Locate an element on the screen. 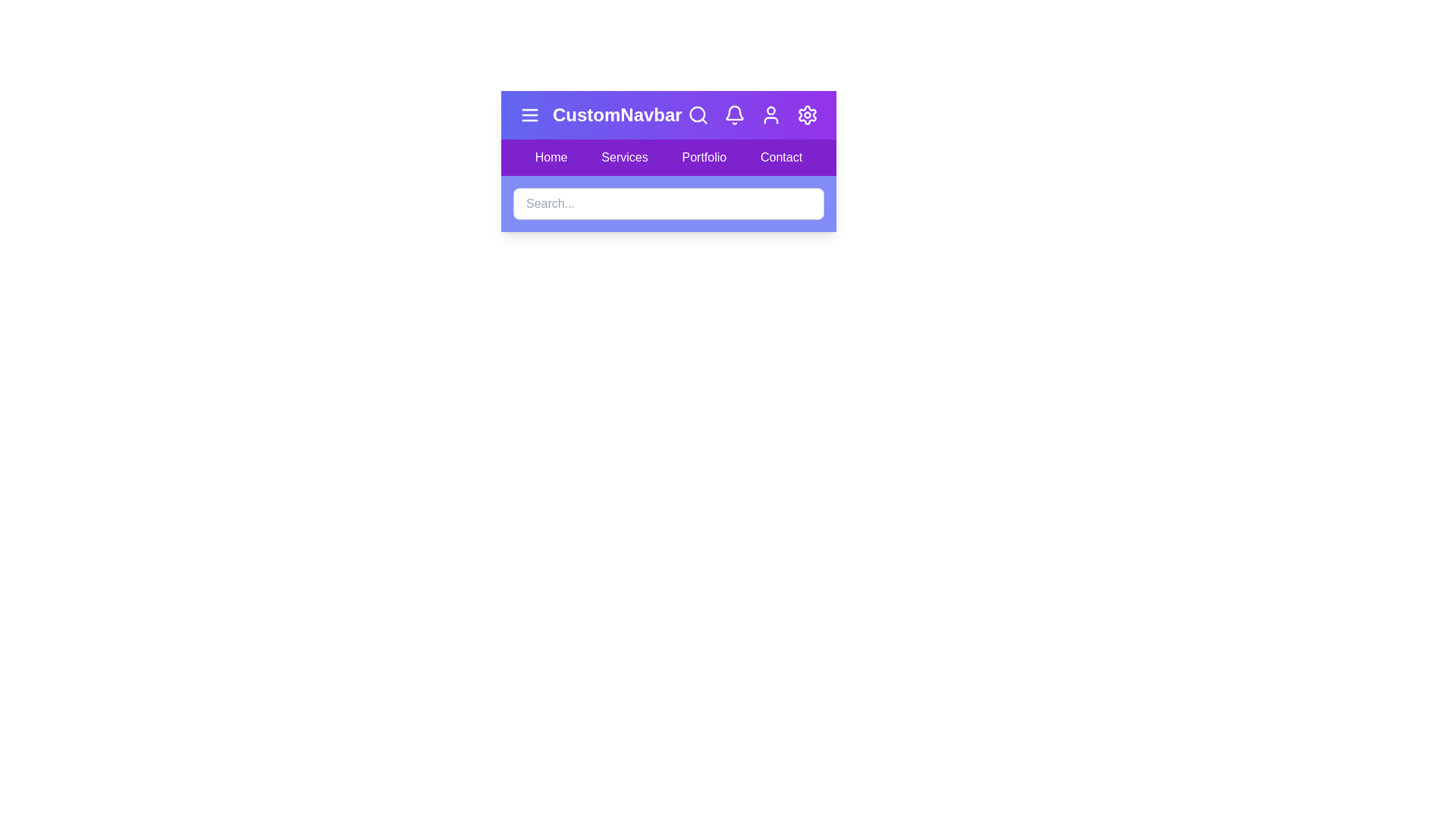 The width and height of the screenshot is (1456, 819). the search button to toggle the visibility of the search bar is located at coordinates (698, 114).